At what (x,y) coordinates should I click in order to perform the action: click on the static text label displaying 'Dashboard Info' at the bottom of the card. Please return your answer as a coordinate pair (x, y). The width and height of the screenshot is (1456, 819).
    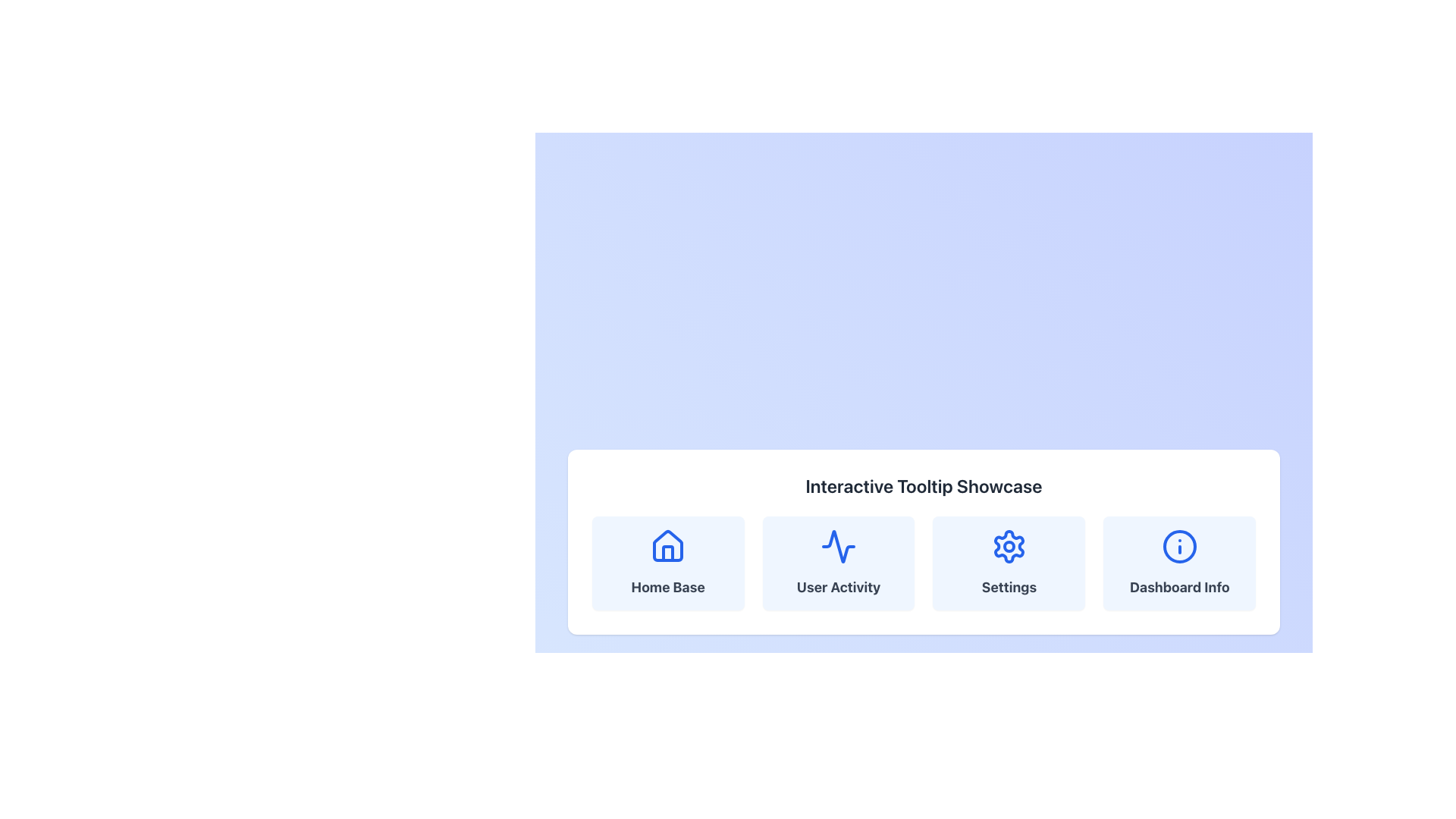
    Looking at the image, I should click on (1178, 587).